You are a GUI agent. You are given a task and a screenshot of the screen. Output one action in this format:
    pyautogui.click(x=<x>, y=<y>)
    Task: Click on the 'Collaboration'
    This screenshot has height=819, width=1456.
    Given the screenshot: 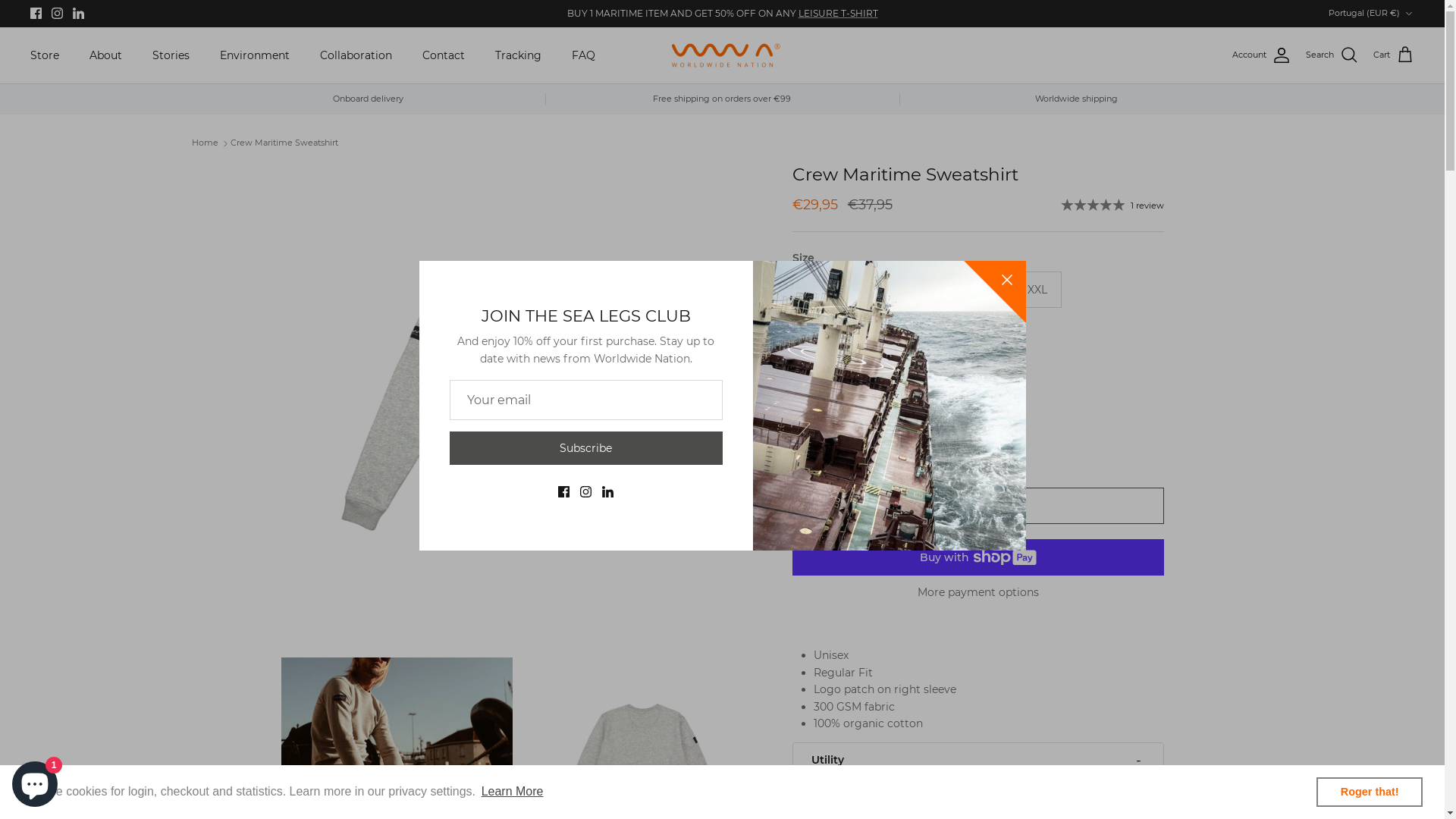 What is the action you would take?
    pyautogui.click(x=305, y=55)
    